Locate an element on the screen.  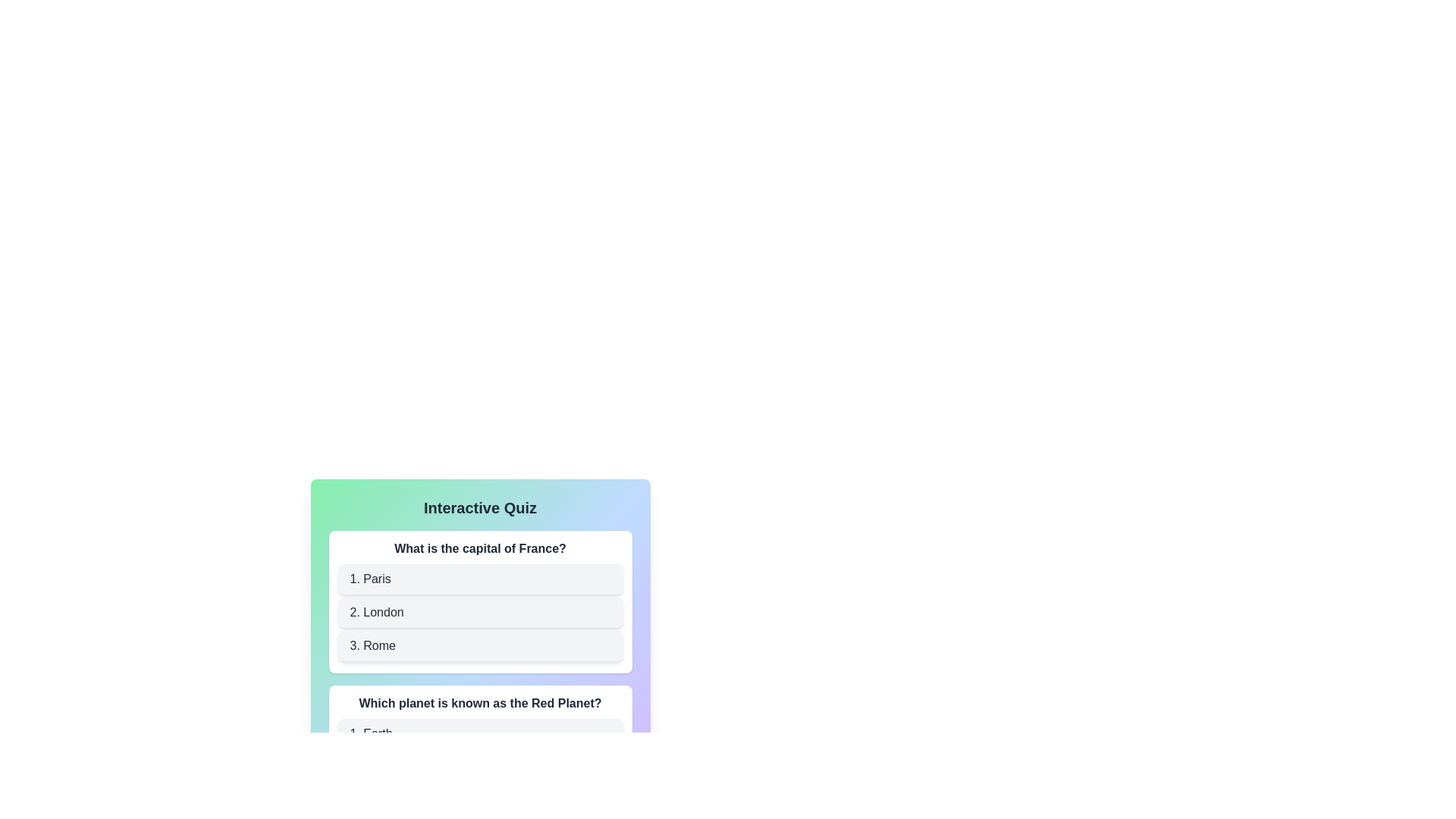
the third option button in the quiz is located at coordinates (479, 646).